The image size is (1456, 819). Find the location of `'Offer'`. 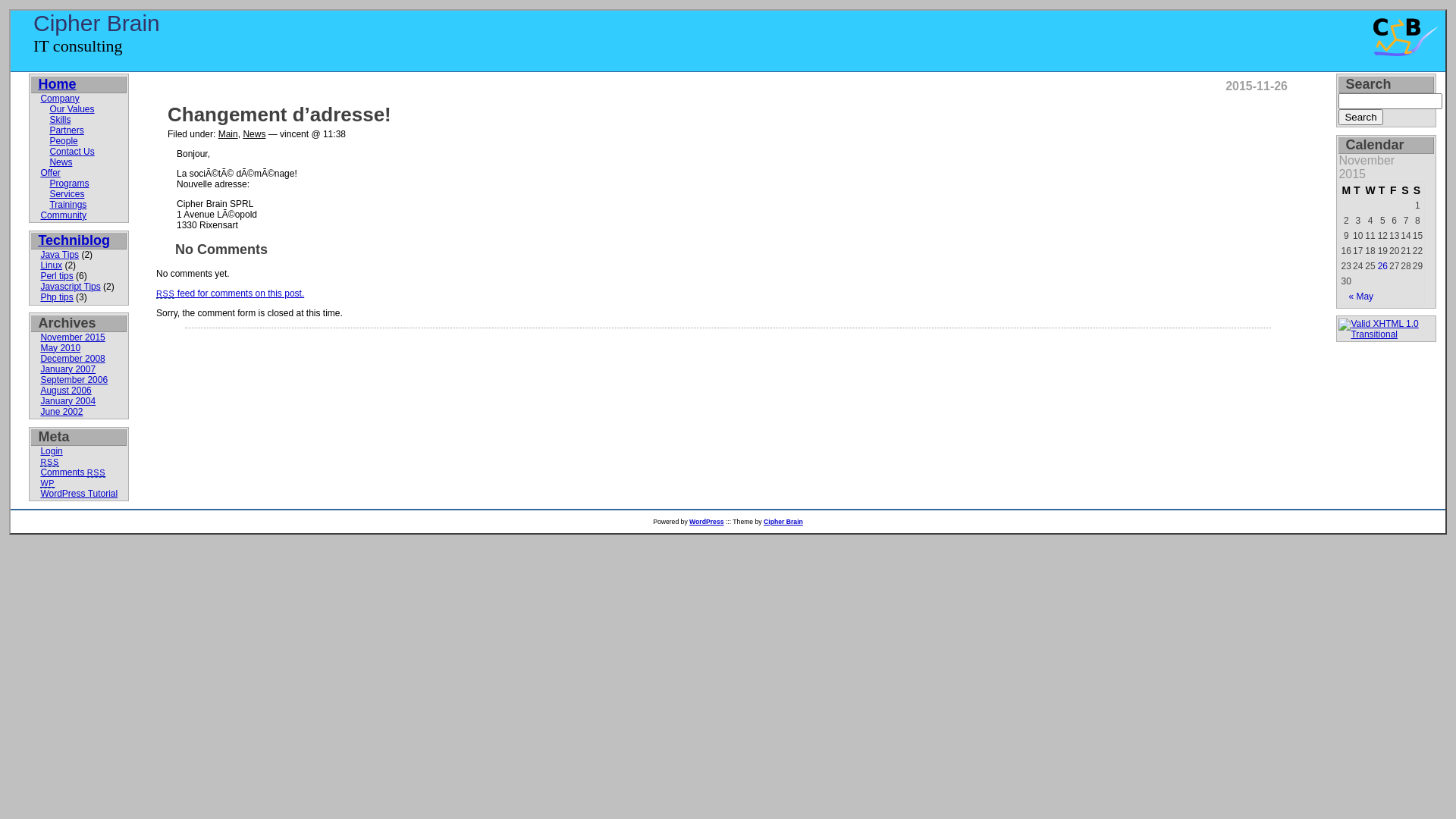

'Offer' is located at coordinates (50, 171).